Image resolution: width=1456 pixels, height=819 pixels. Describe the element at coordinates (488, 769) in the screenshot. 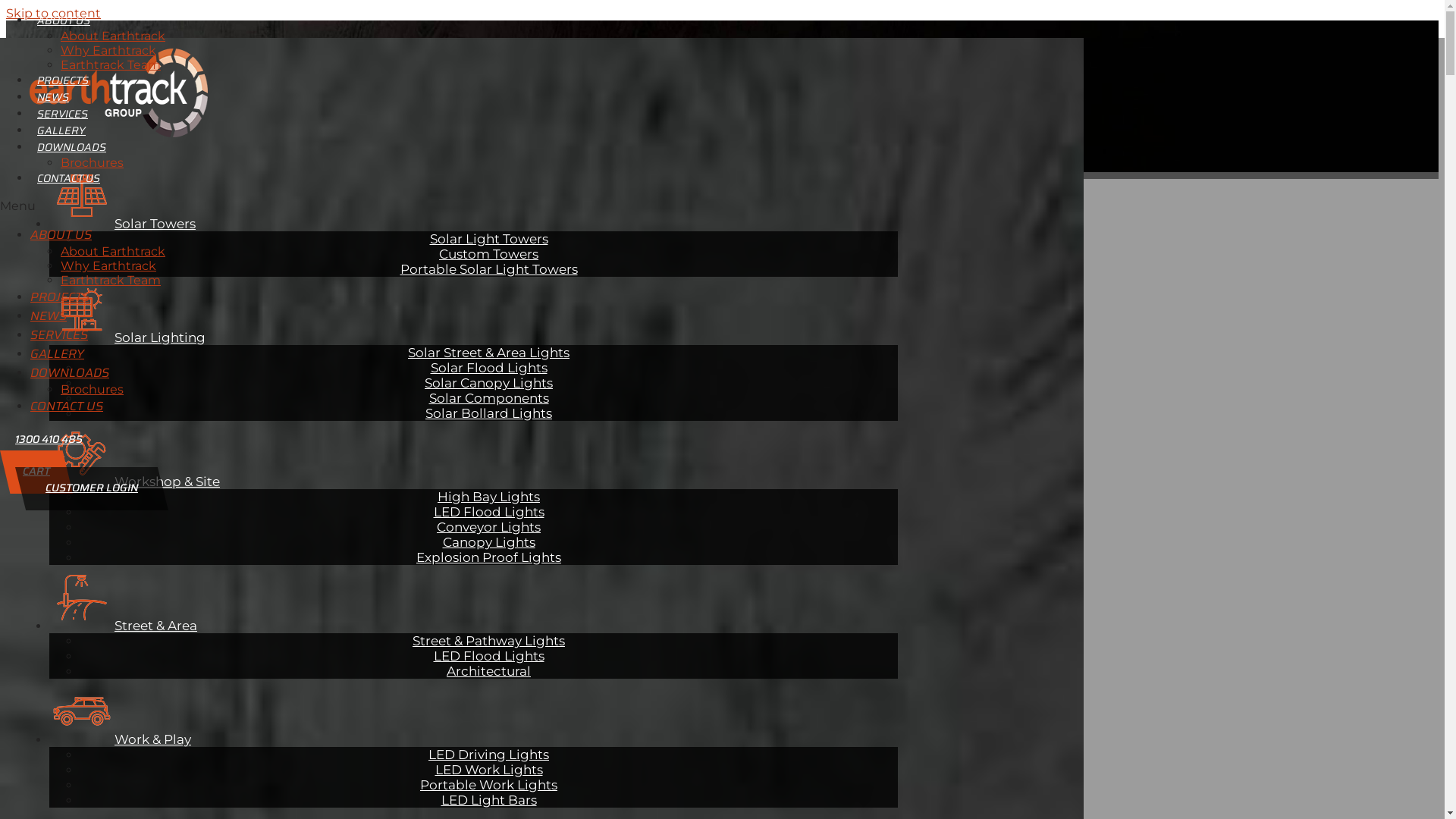

I see `'LED Work Lights'` at that location.